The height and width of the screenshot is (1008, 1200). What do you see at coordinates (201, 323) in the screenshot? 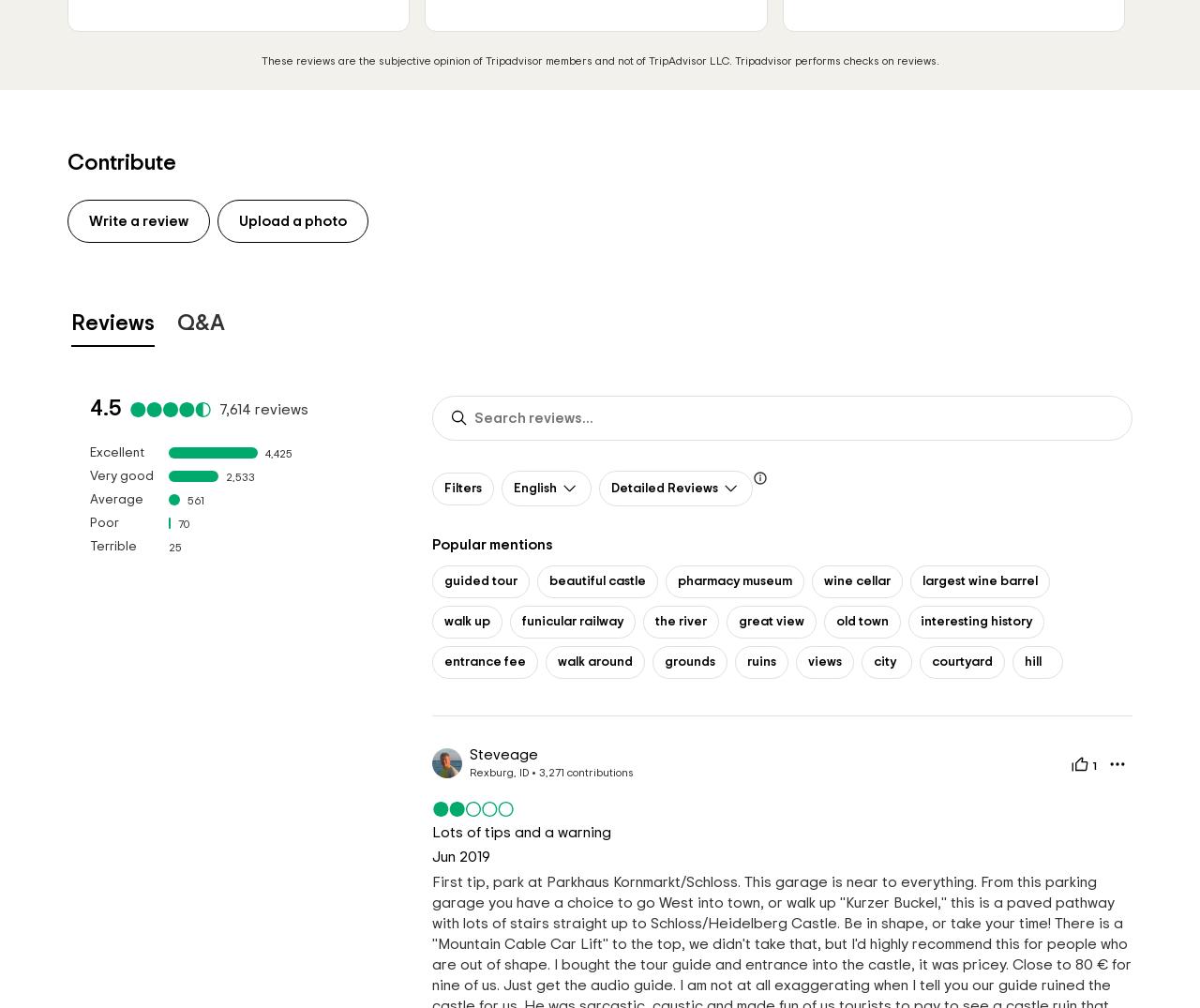
I see `'Q&A'` at bounding box center [201, 323].